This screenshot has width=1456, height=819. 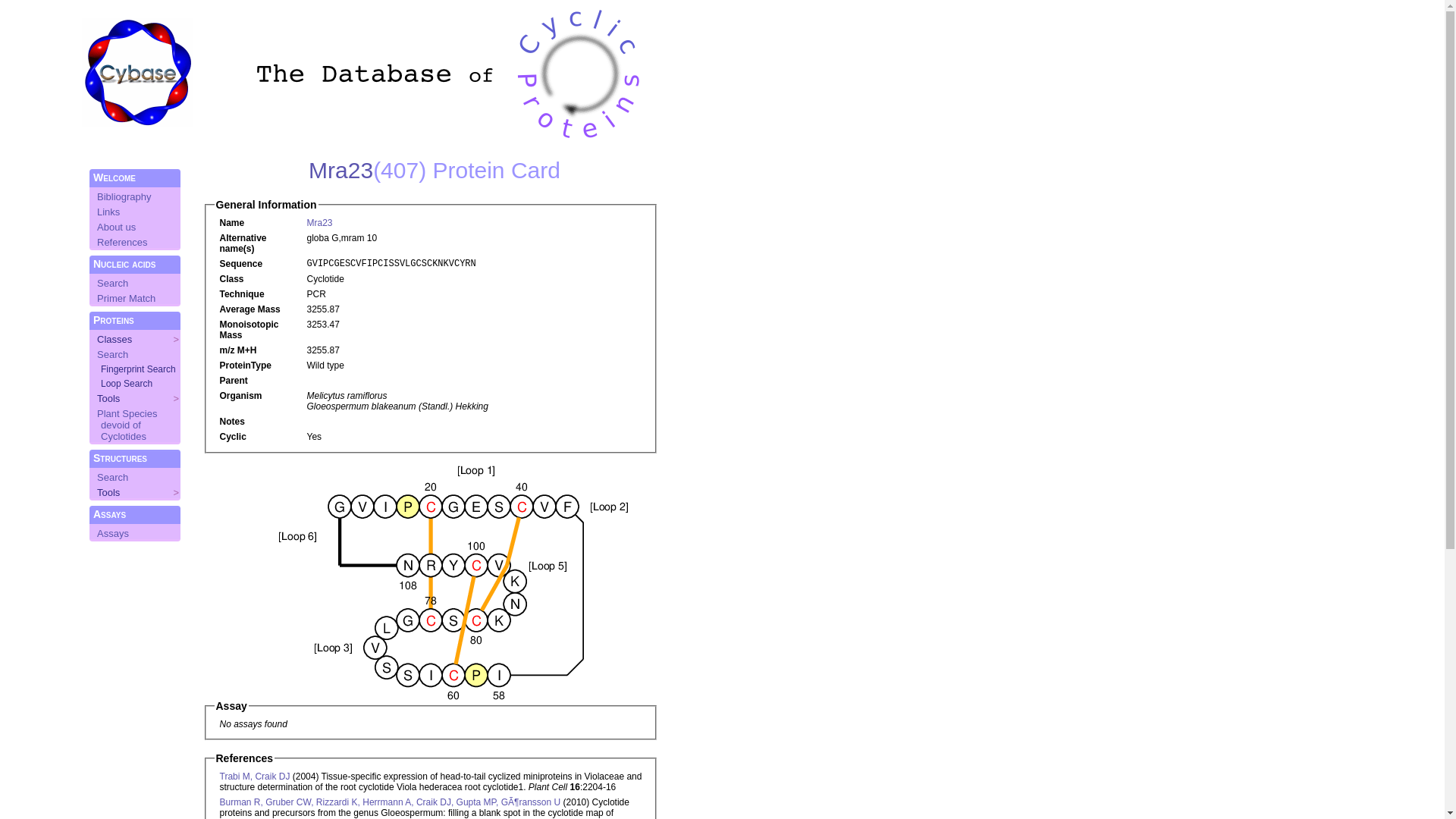 I want to click on 'Loop Search', so click(x=127, y=382).